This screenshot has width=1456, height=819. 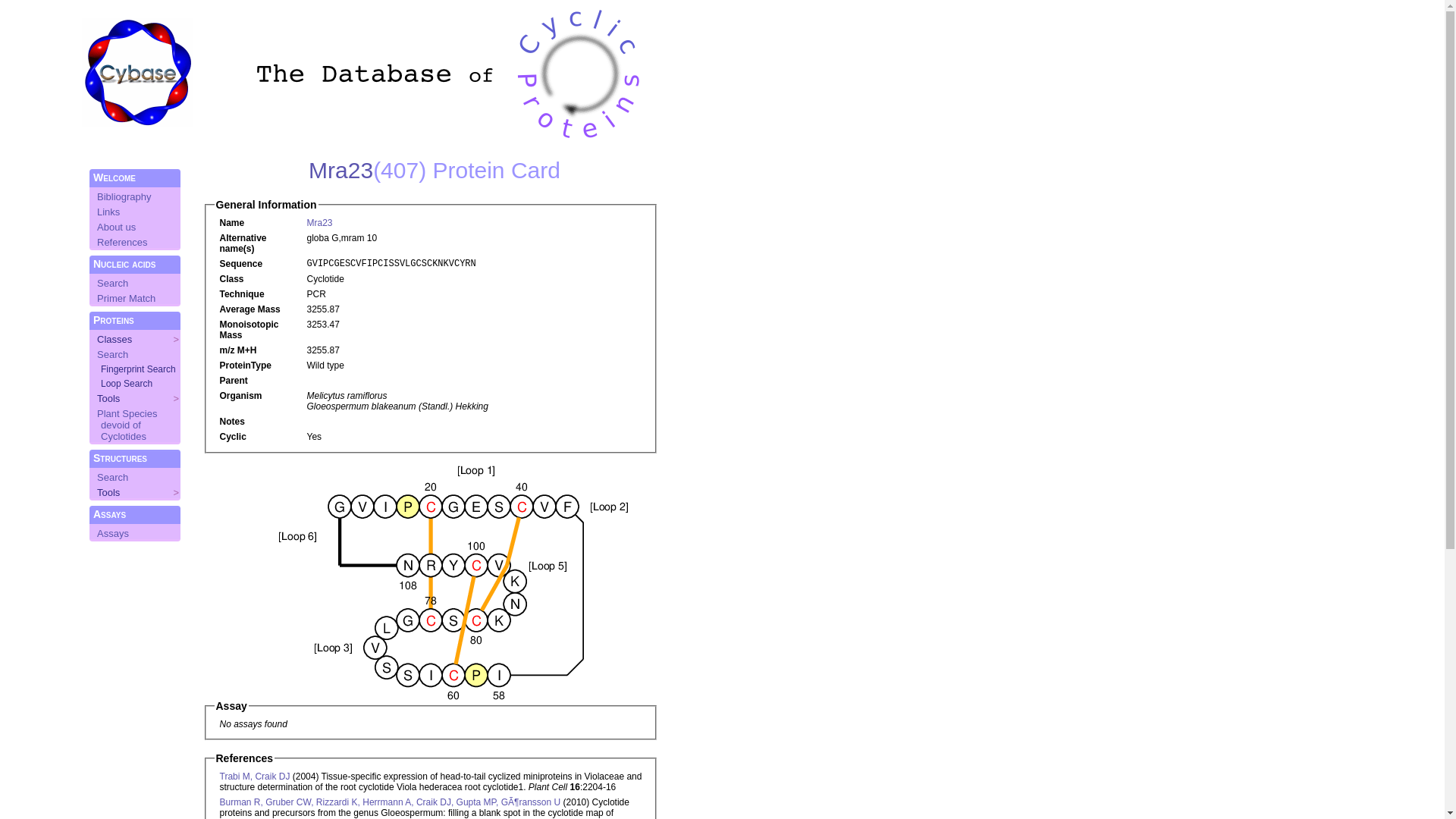 I want to click on 'Loop Search', so click(x=127, y=382).